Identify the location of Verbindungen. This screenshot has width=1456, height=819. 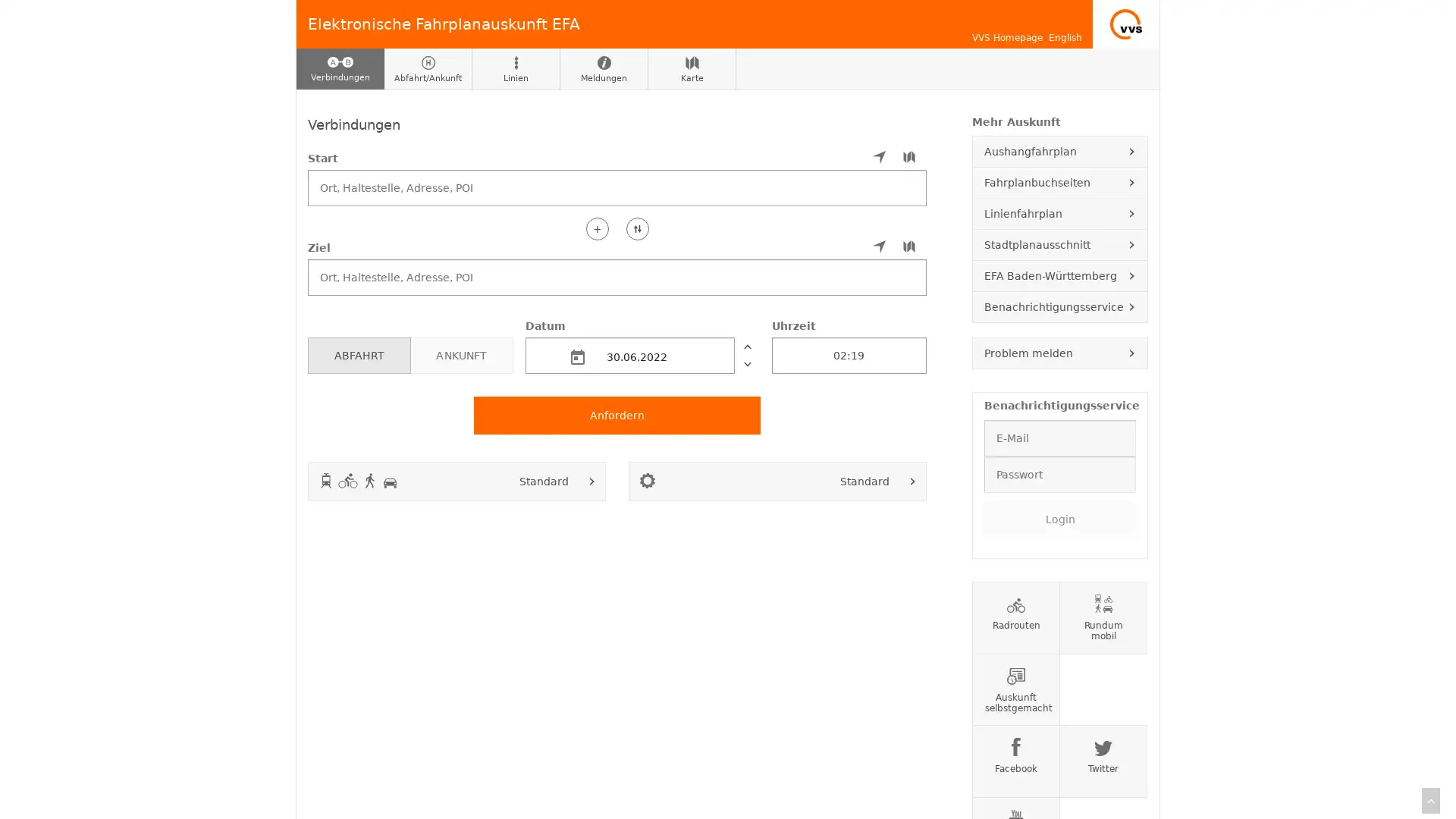
(340, 69).